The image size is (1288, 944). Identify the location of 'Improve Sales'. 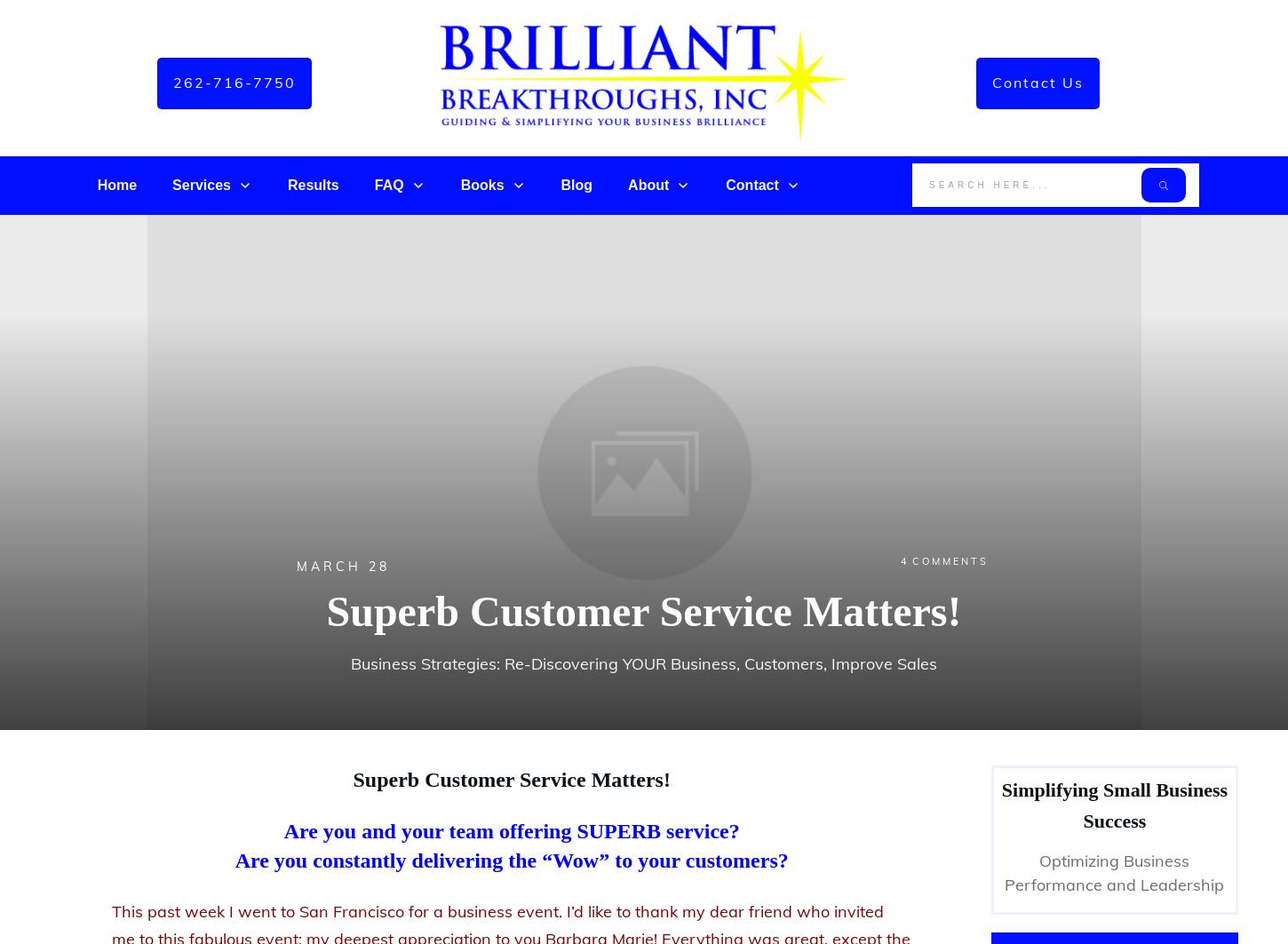
(830, 662).